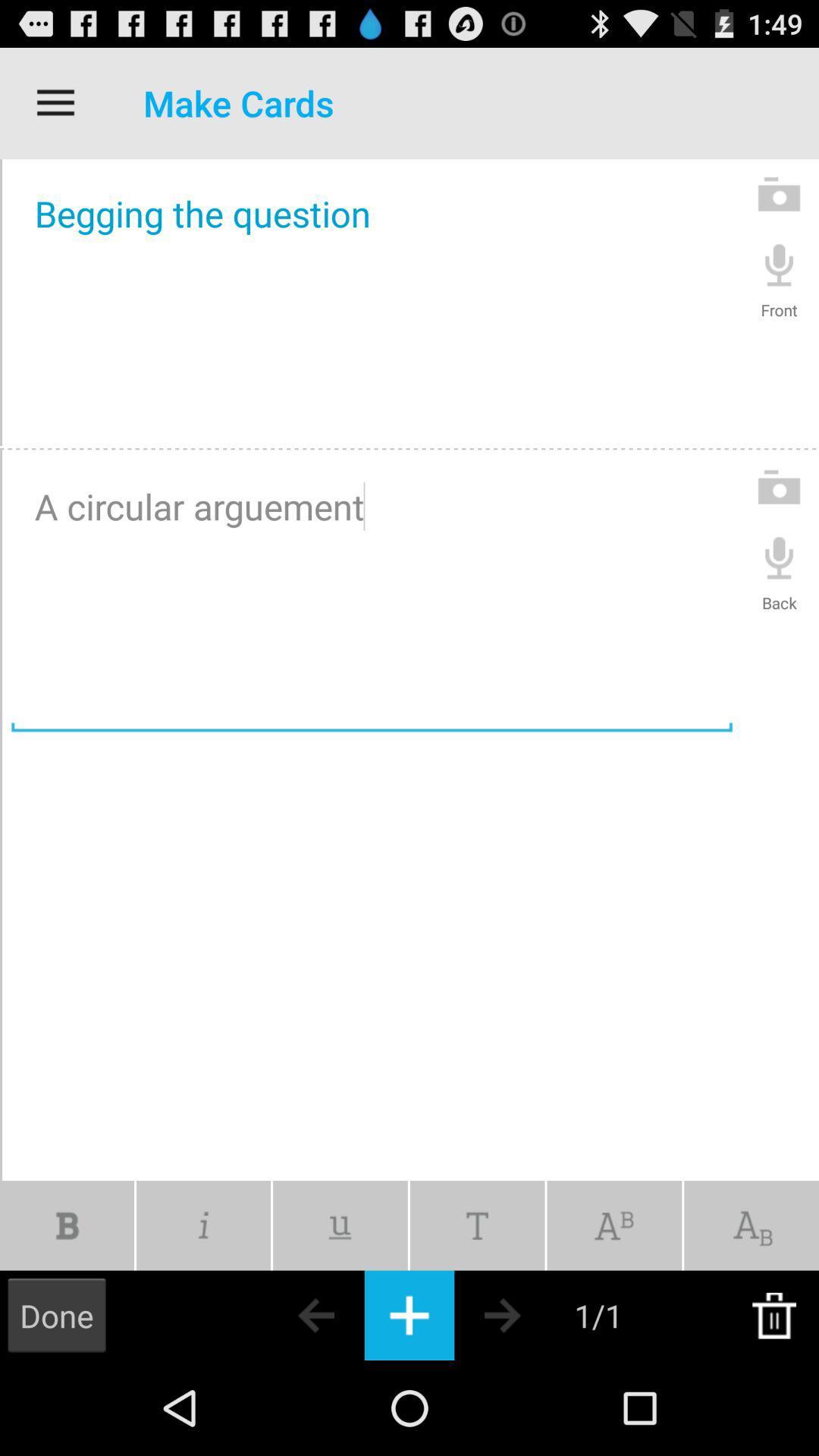  Describe the element at coordinates (752, 1225) in the screenshot. I see `change text to subscript` at that location.